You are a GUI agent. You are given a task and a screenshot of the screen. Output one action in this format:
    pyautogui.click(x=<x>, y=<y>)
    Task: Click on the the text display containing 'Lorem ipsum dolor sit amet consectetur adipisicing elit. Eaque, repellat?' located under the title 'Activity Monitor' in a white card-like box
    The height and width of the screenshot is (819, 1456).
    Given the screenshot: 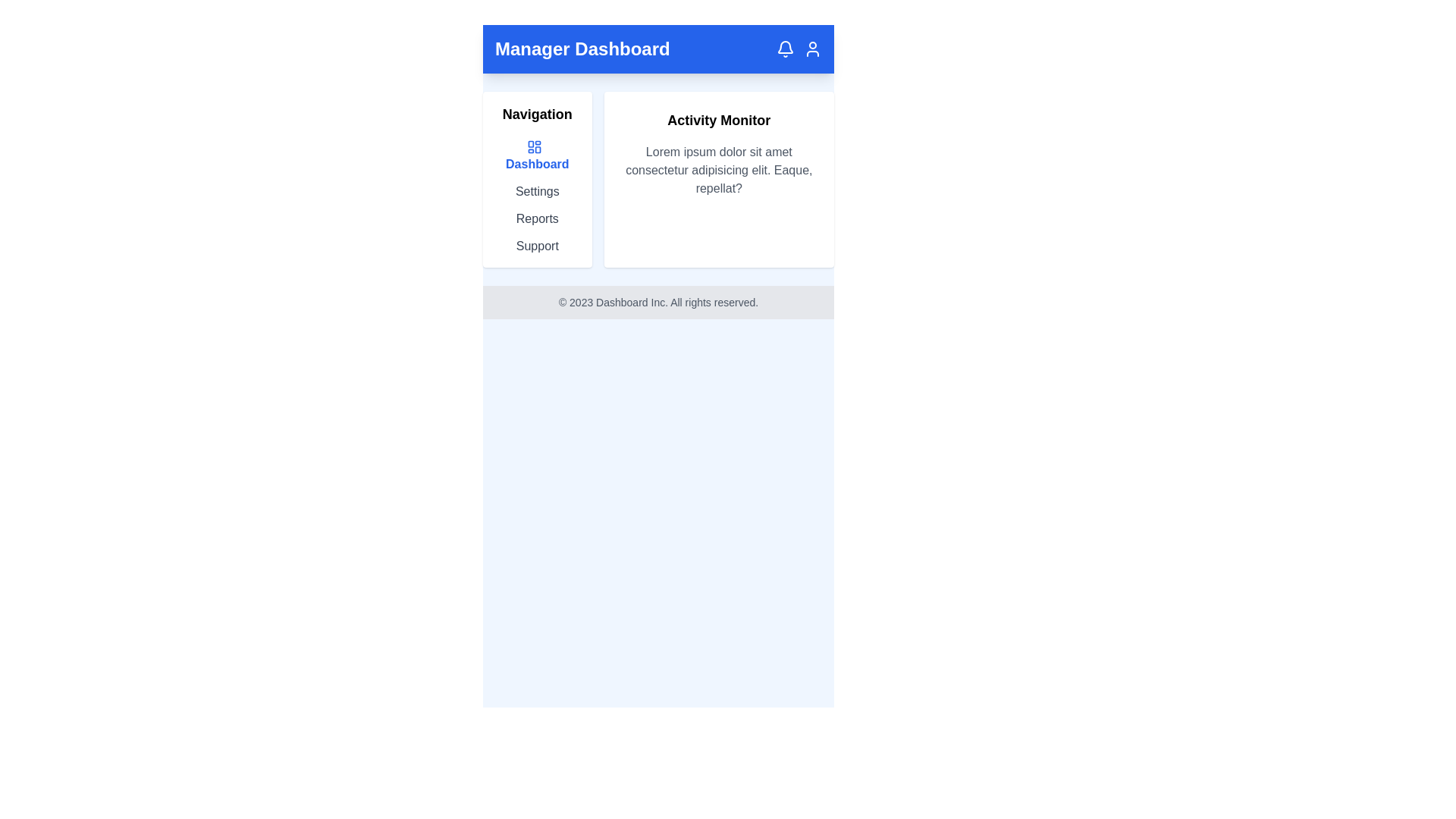 What is the action you would take?
    pyautogui.click(x=718, y=170)
    